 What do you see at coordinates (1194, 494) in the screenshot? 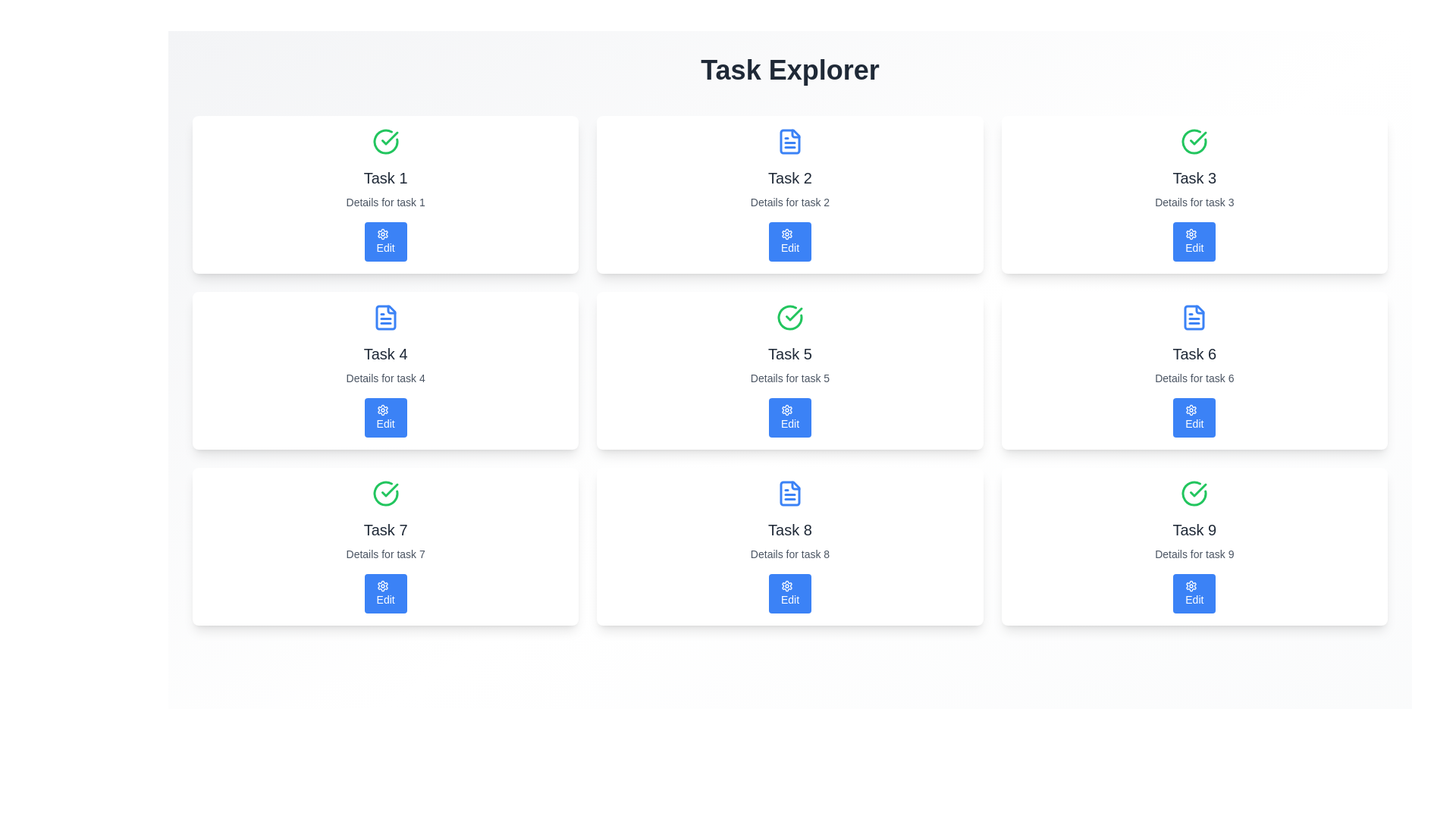
I see `the circular checkmark vector icon located to the left of the text 'Task 9' at the top of the associated card` at bounding box center [1194, 494].